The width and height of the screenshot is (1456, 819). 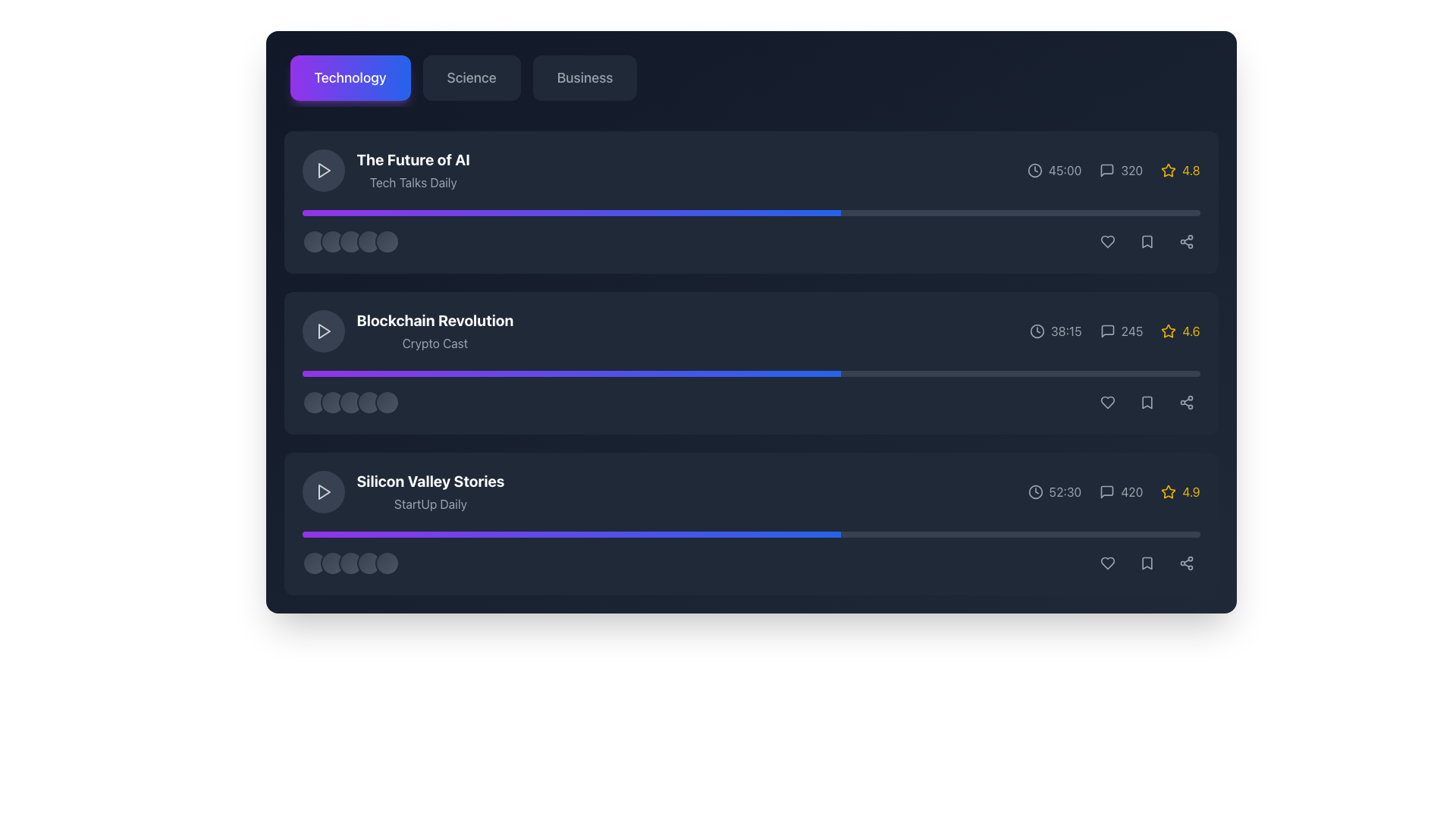 I want to click on the progress indication of the second progress bar under the section titled 'Blockchain Revolution', which is a horizontal bar with a gradient from purple to blue, so click(x=751, y=393).